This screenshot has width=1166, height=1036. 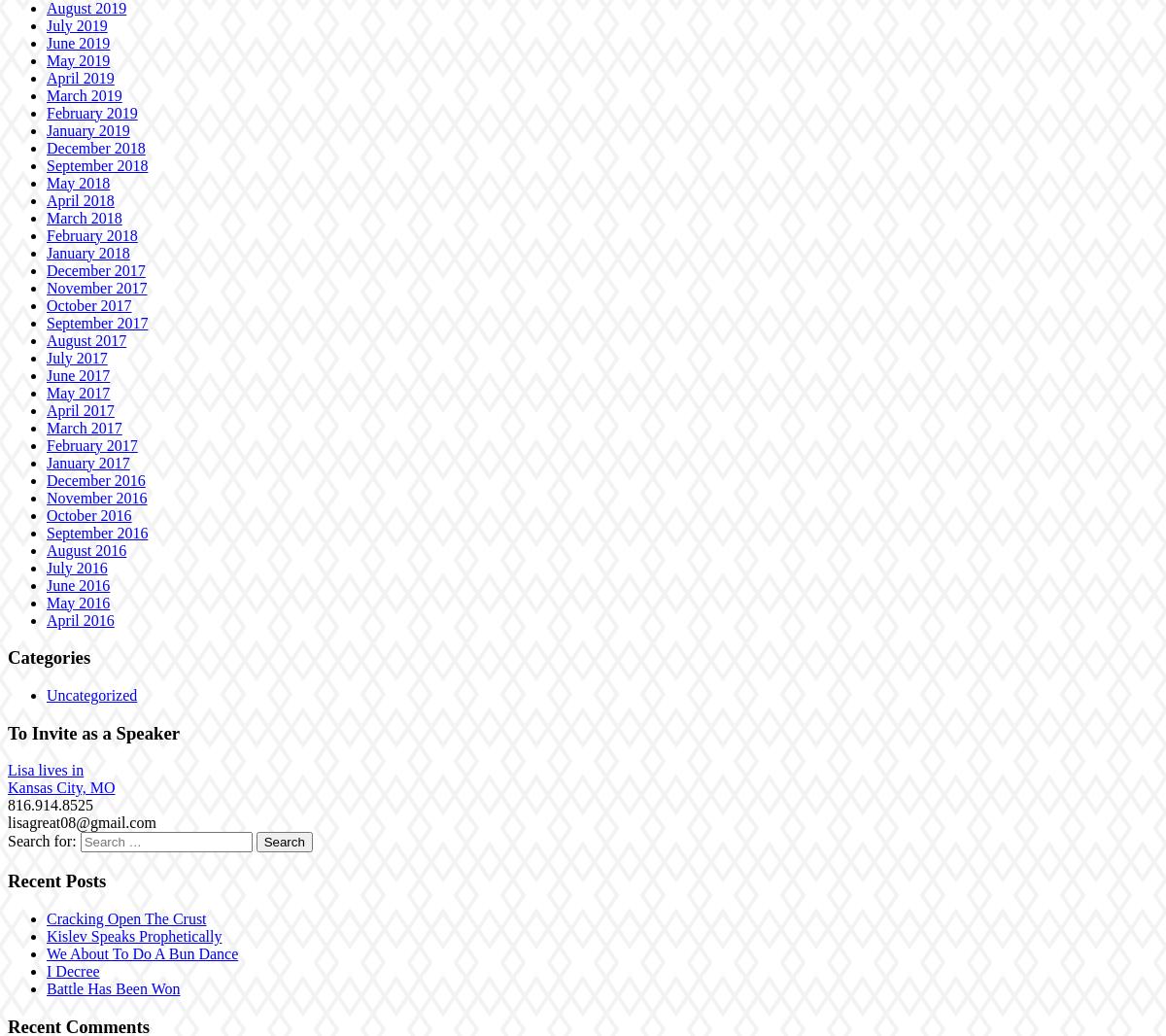 What do you see at coordinates (47, 392) in the screenshot?
I see `'May 2017'` at bounding box center [47, 392].